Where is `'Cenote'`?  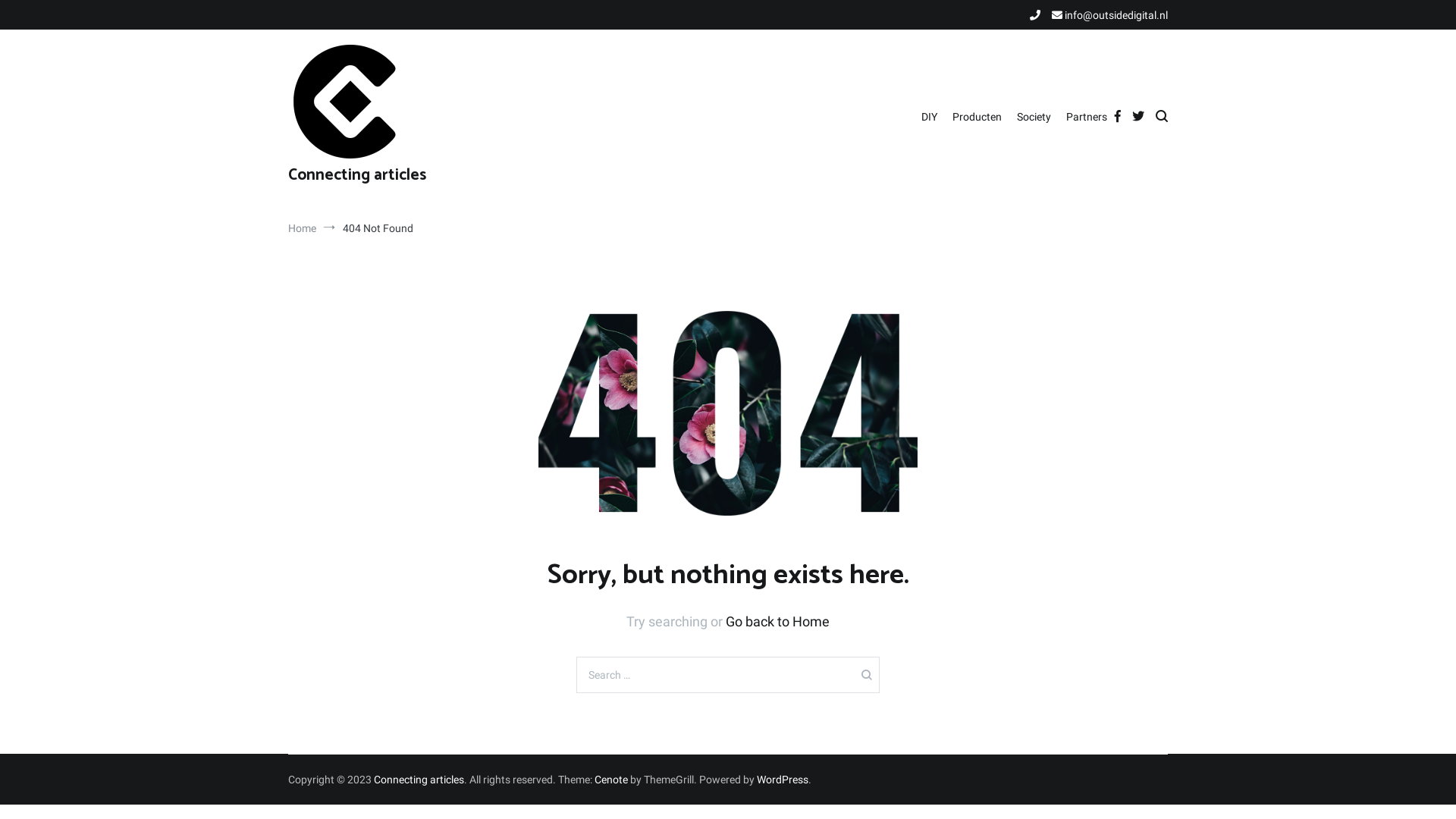
'Cenote' is located at coordinates (593, 780).